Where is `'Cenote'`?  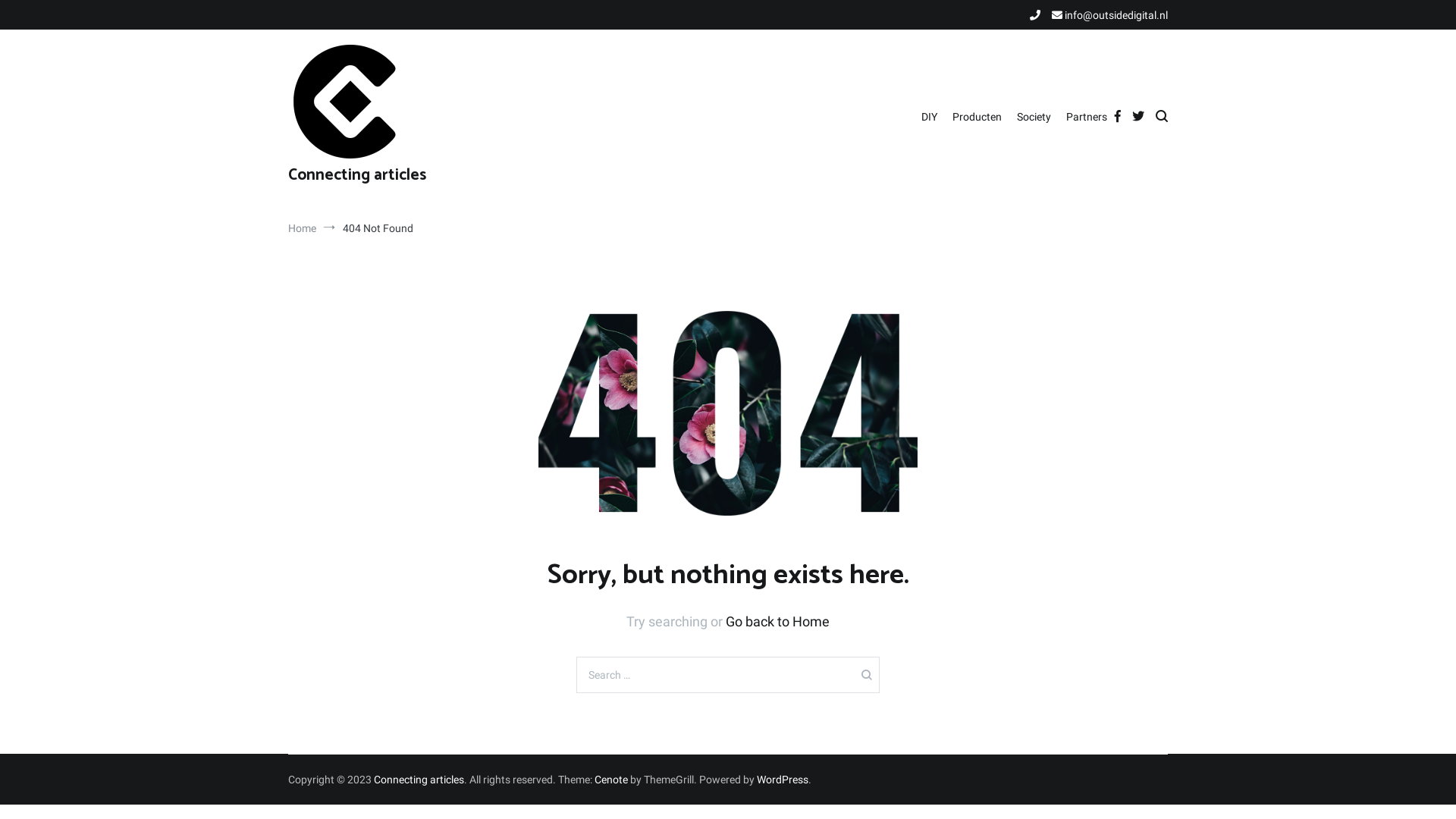
'Cenote' is located at coordinates (593, 780).